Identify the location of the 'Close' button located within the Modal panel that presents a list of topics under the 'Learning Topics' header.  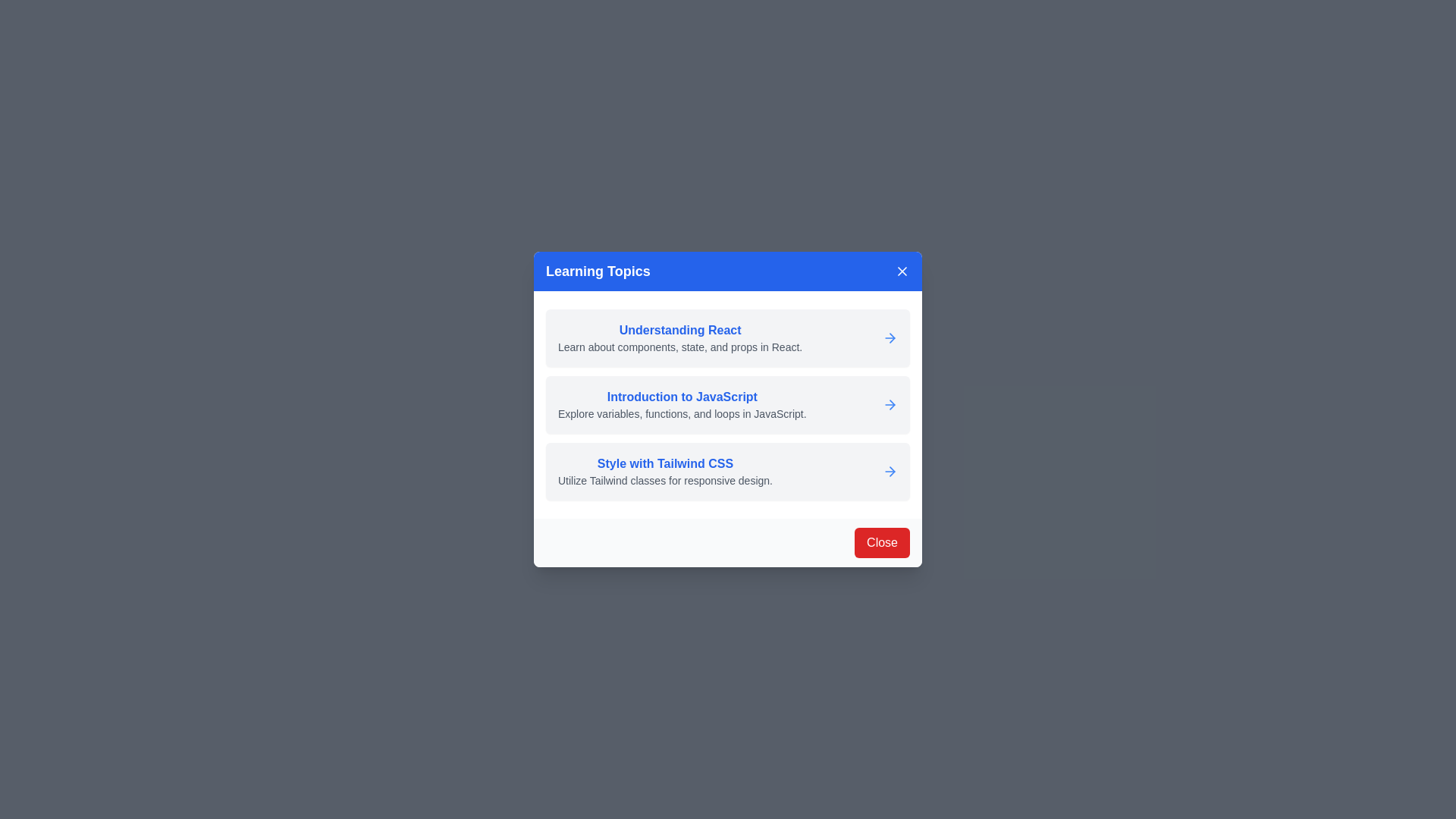
(728, 409).